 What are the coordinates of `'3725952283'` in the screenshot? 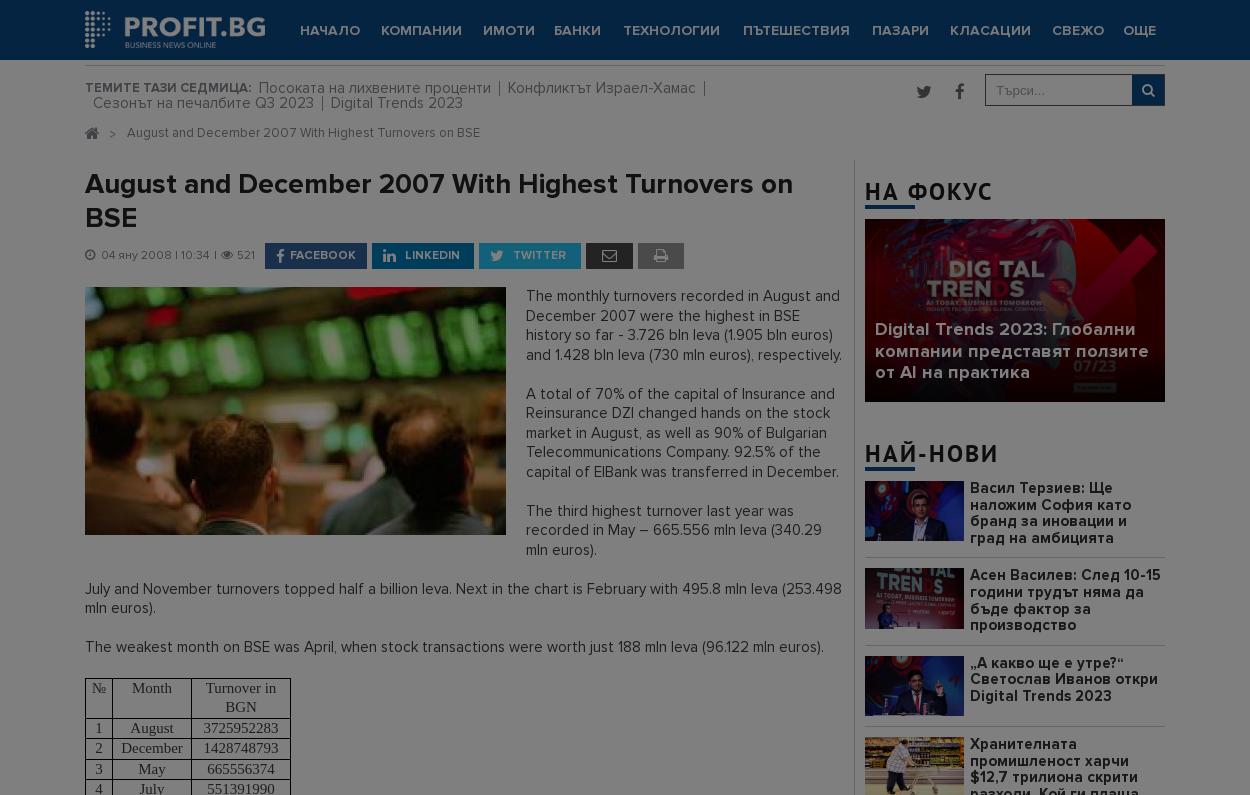 It's located at (202, 726).